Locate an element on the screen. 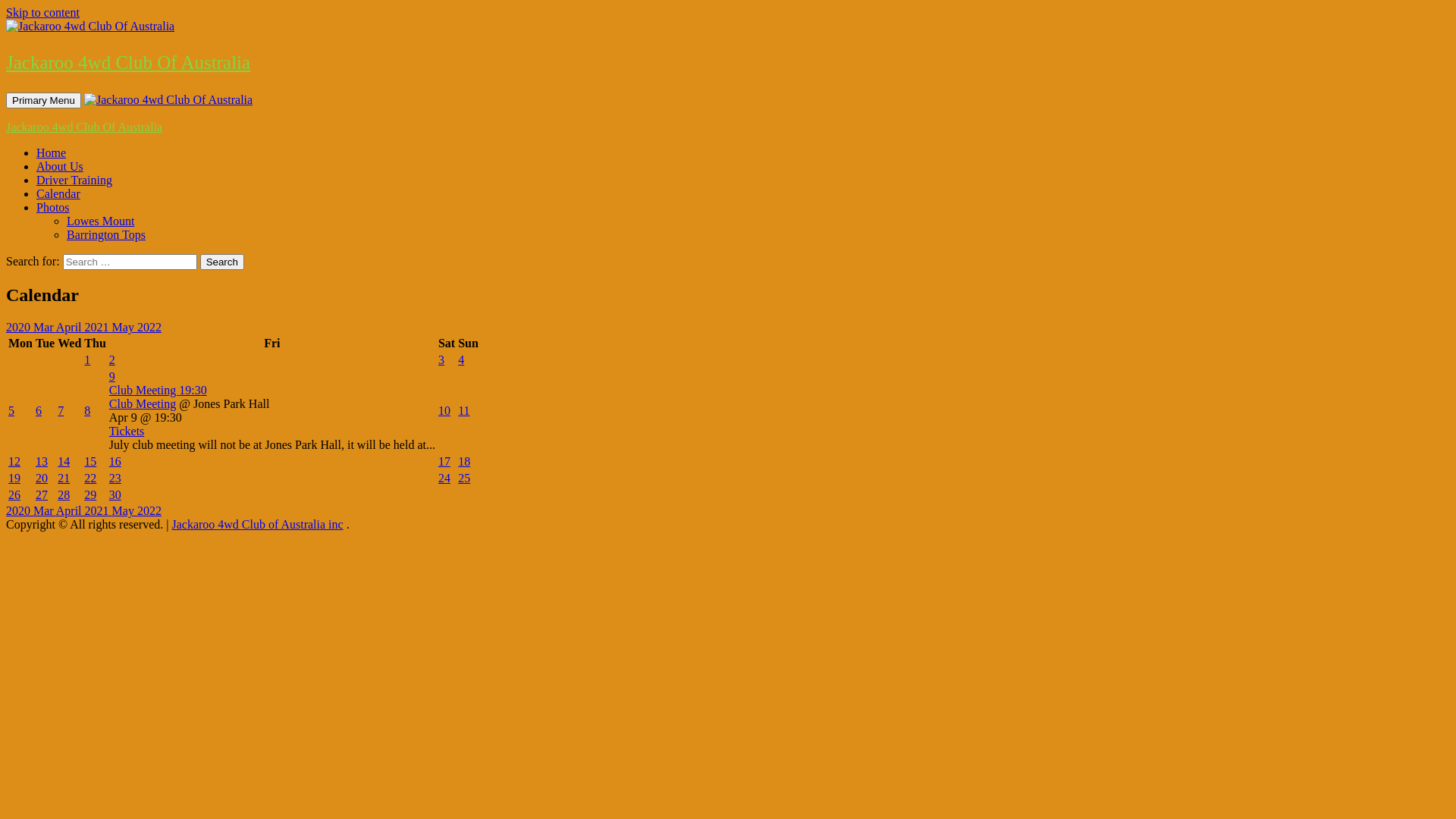 The height and width of the screenshot is (819, 1456). 'Home' is located at coordinates (51, 152).